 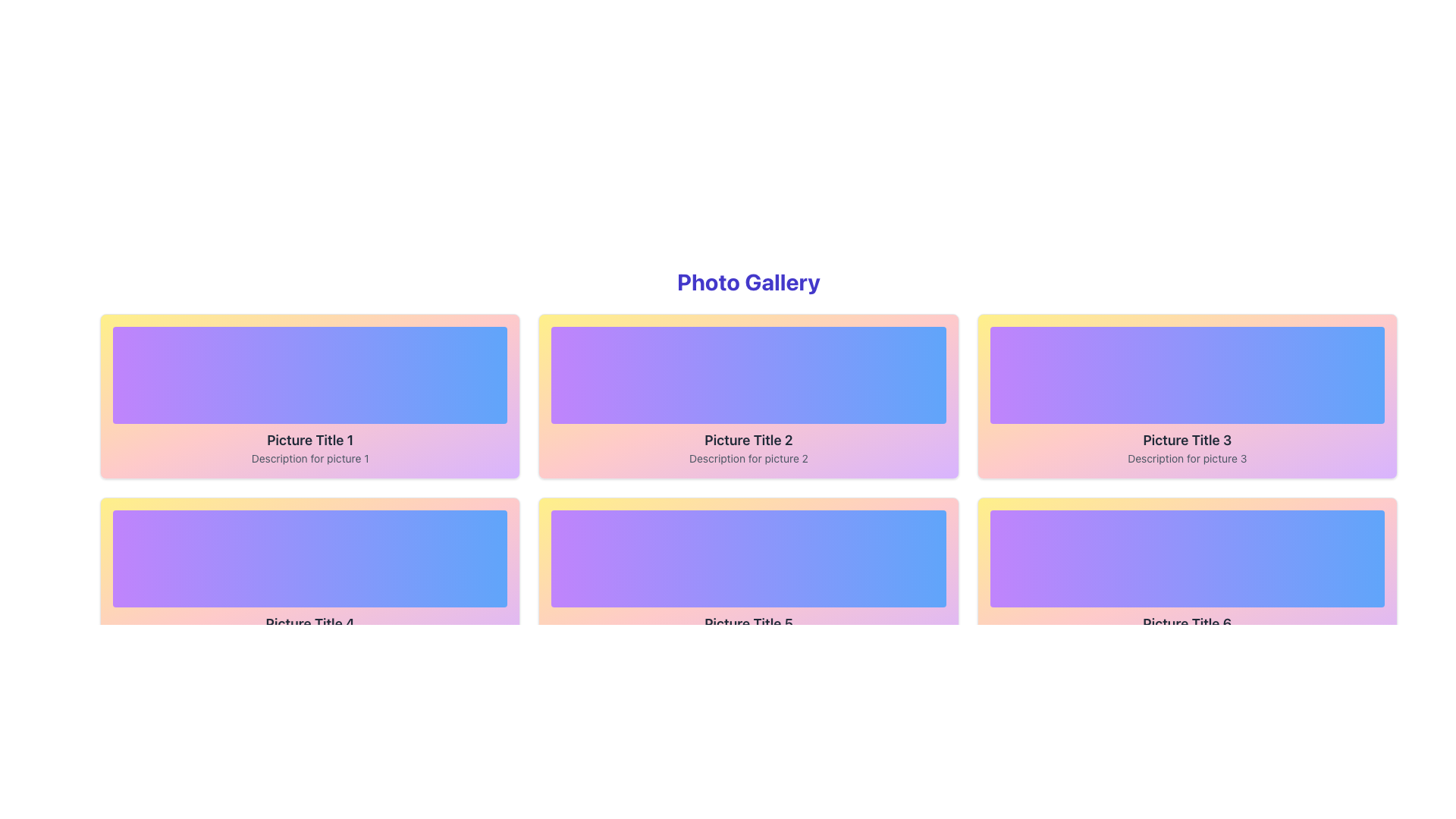 What do you see at coordinates (748, 396) in the screenshot?
I see `the second card in the first row of the grid layout, which features a gradient background and contains the title 'Picture Title 2'` at bounding box center [748, 396].